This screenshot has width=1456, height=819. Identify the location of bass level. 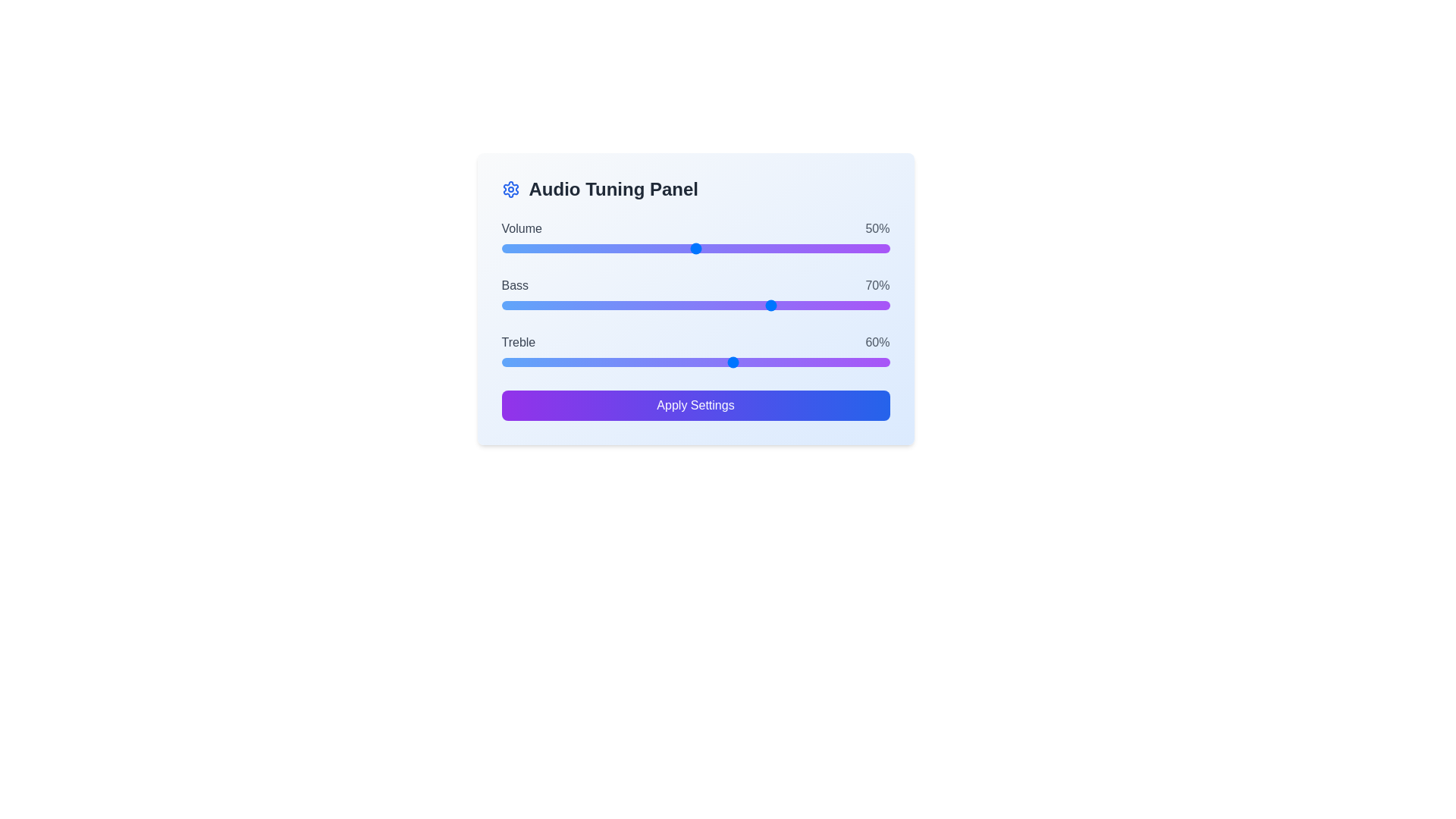
(540, 305).